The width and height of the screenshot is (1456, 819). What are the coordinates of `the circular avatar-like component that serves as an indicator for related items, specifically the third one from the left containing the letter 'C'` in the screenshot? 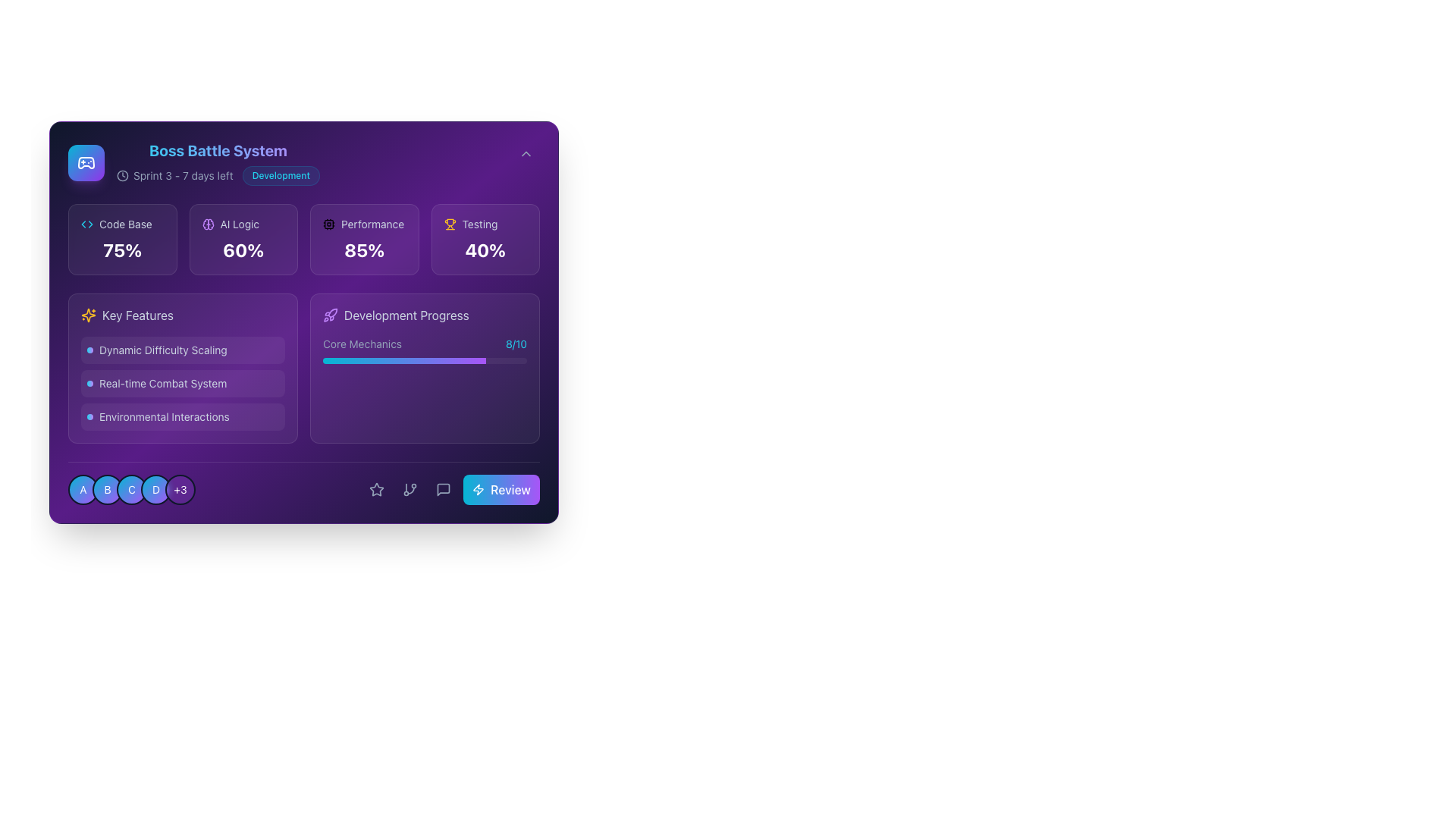 It's located at (131, 489).